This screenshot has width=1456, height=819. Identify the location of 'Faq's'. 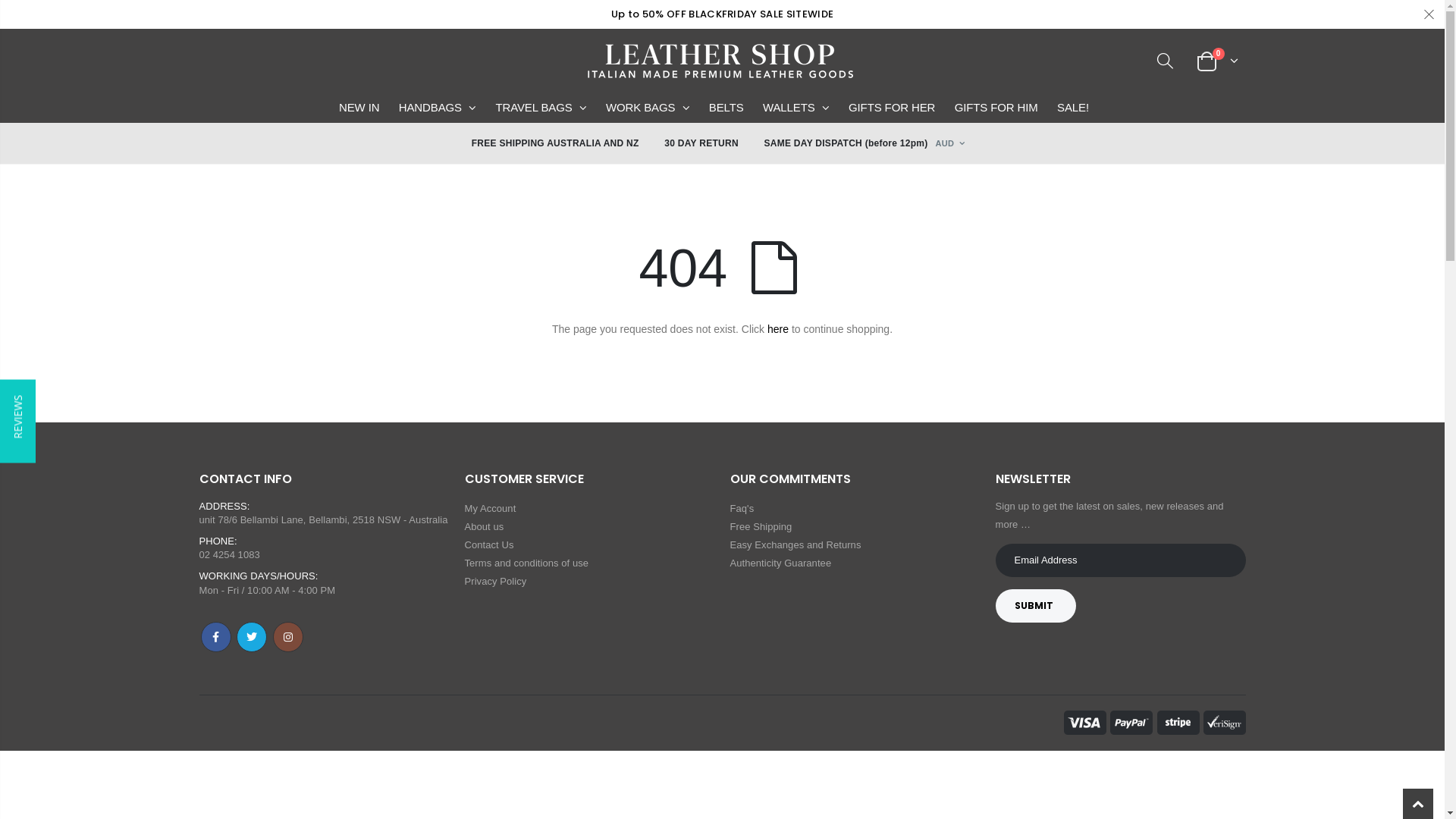
(742, 508).